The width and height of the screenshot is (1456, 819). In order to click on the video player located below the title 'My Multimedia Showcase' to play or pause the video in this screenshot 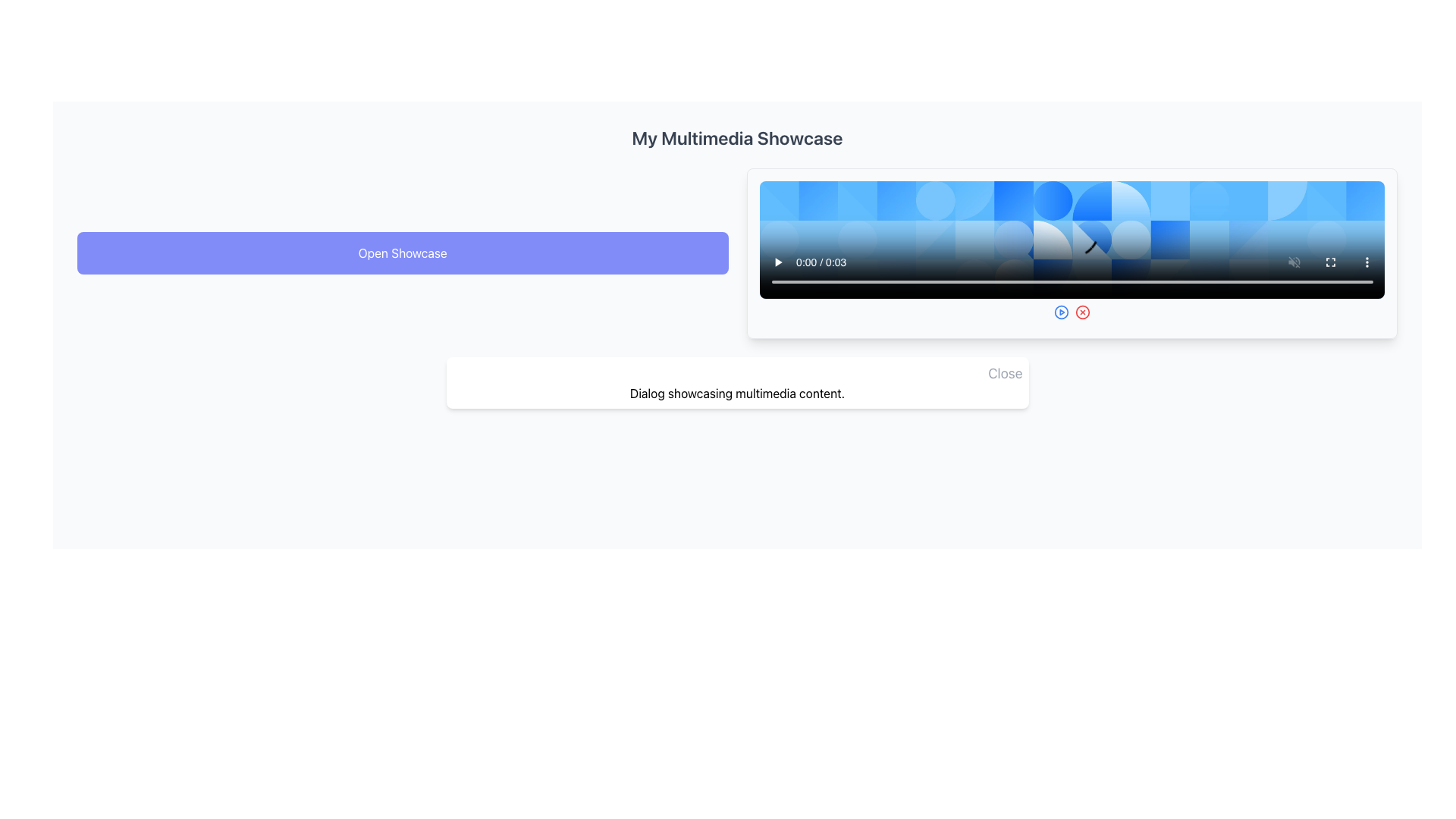, I will do `click(1071, 239)`.